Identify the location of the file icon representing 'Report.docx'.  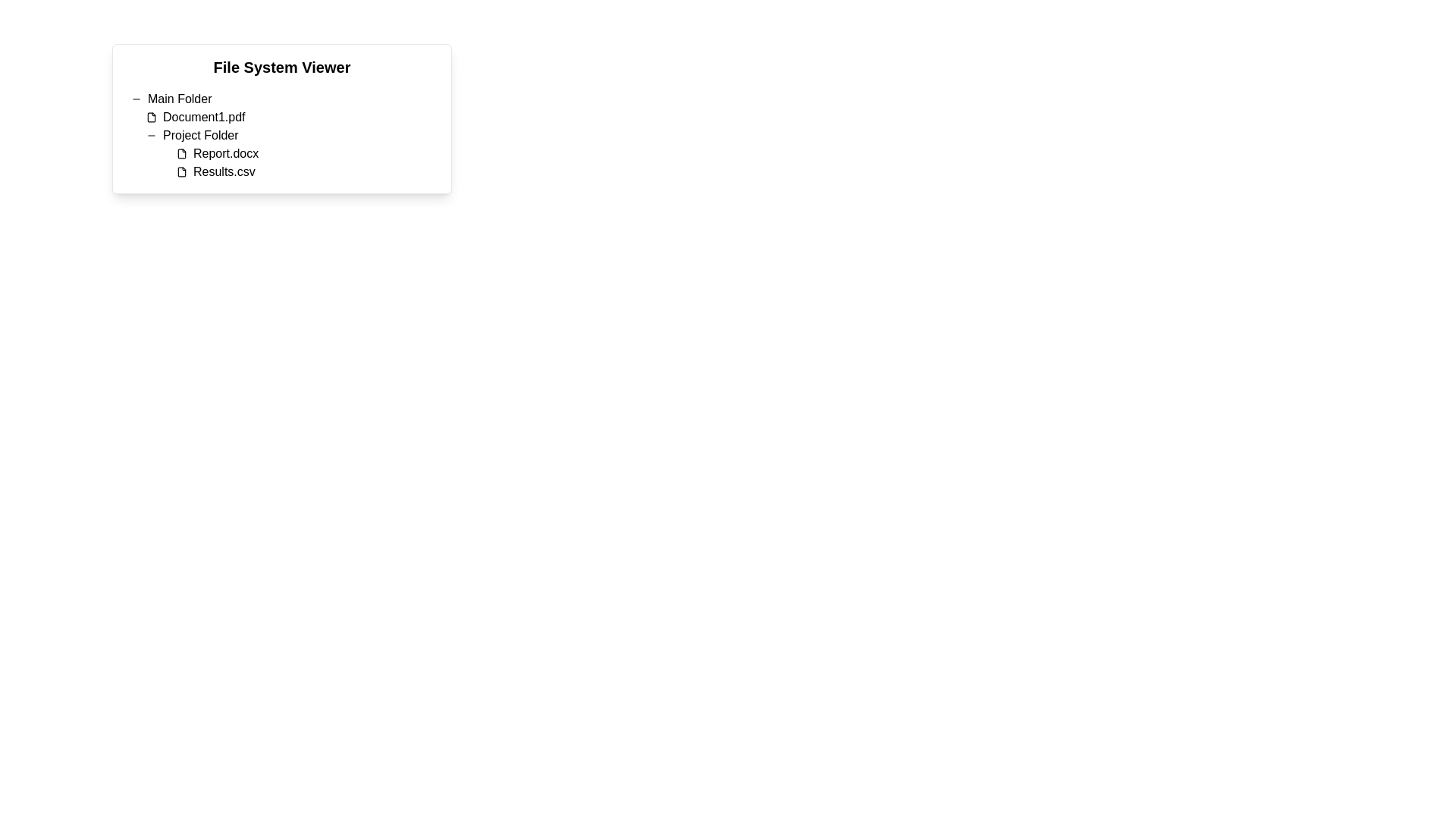
(182, 154).